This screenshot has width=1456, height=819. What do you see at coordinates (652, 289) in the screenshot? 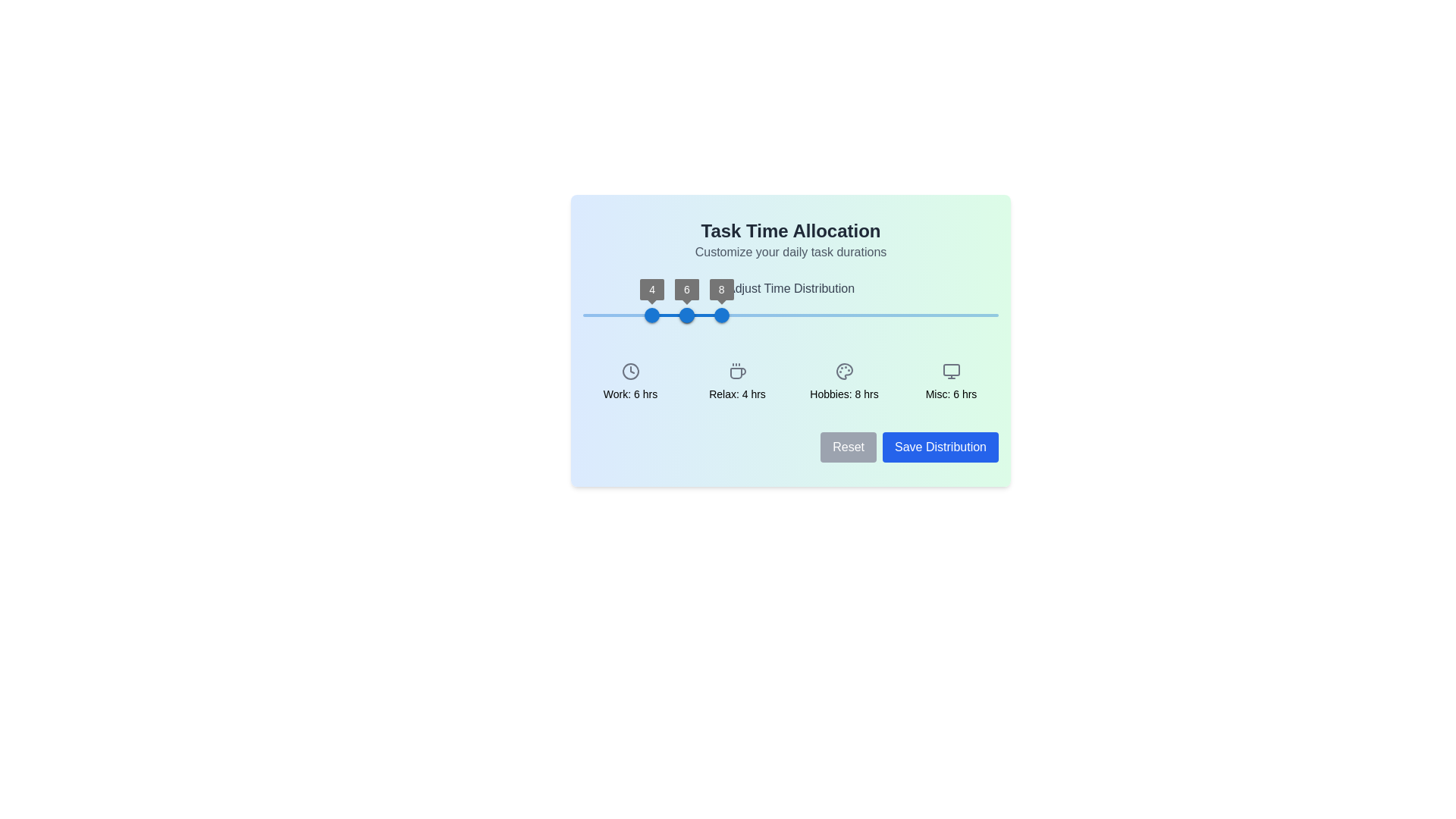
I see `the gray rectangular slider label displaying the number '4', which is centered above the leftmost thumb of the slider control` at bounding box center [652, 289].